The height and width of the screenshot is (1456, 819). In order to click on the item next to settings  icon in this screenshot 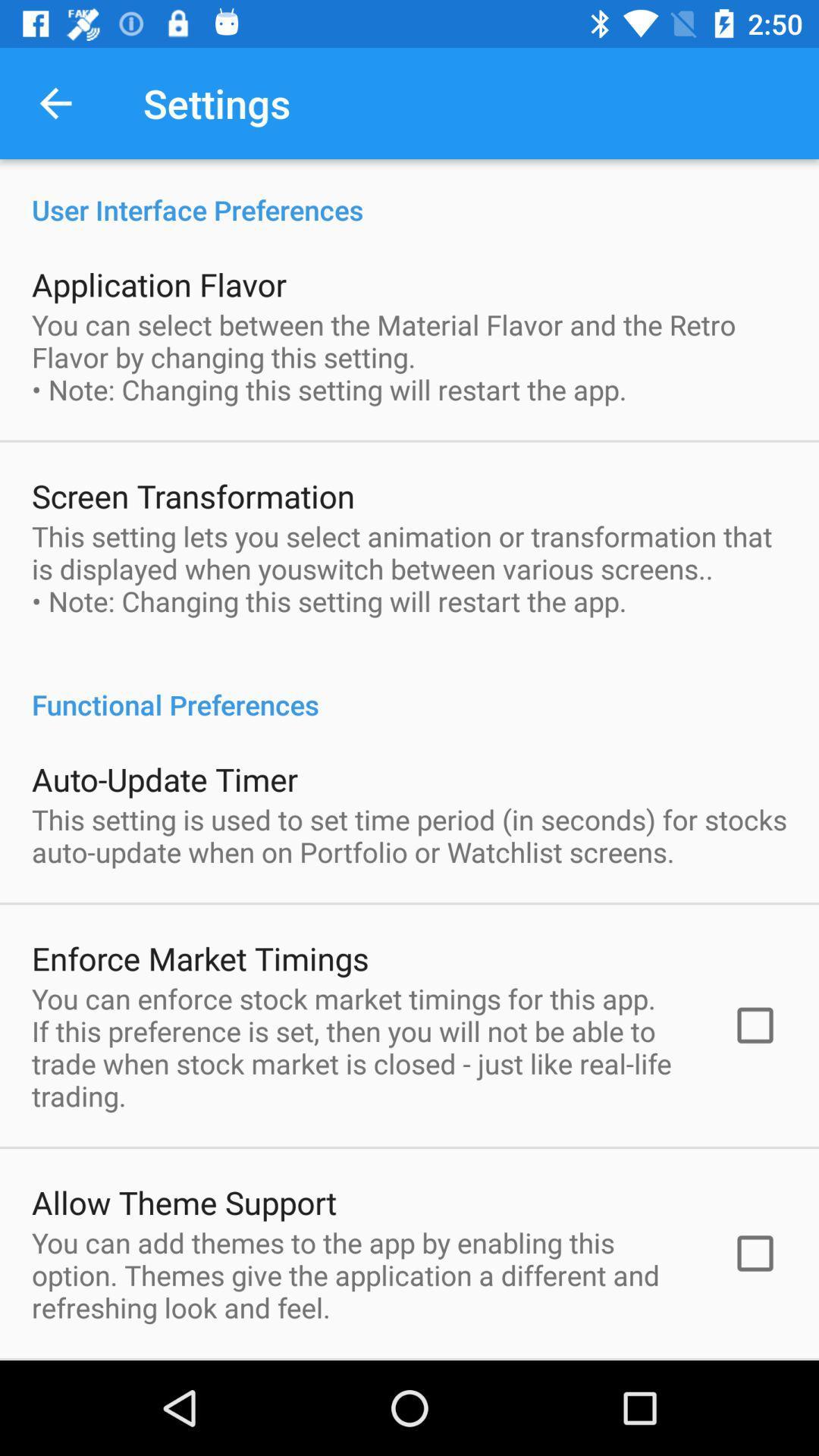, I will do `click(55, 102)`.